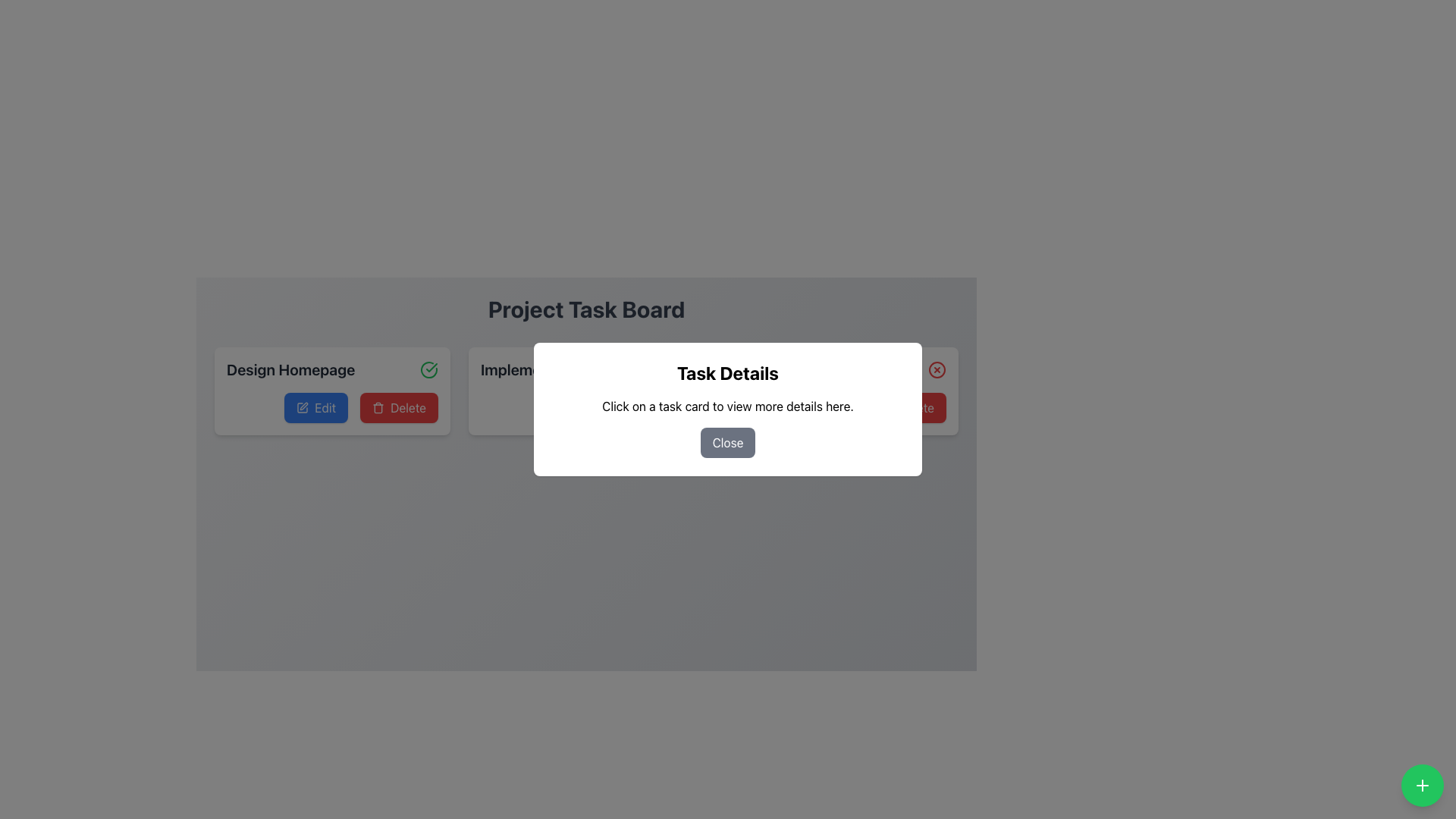 This screenshot has height=819, width=1456. Describe the element at coordinates (1422, 785) in the screenshot. I see `the green circular button with a white cross icon located at the bottom-right corner of the page` at that location.